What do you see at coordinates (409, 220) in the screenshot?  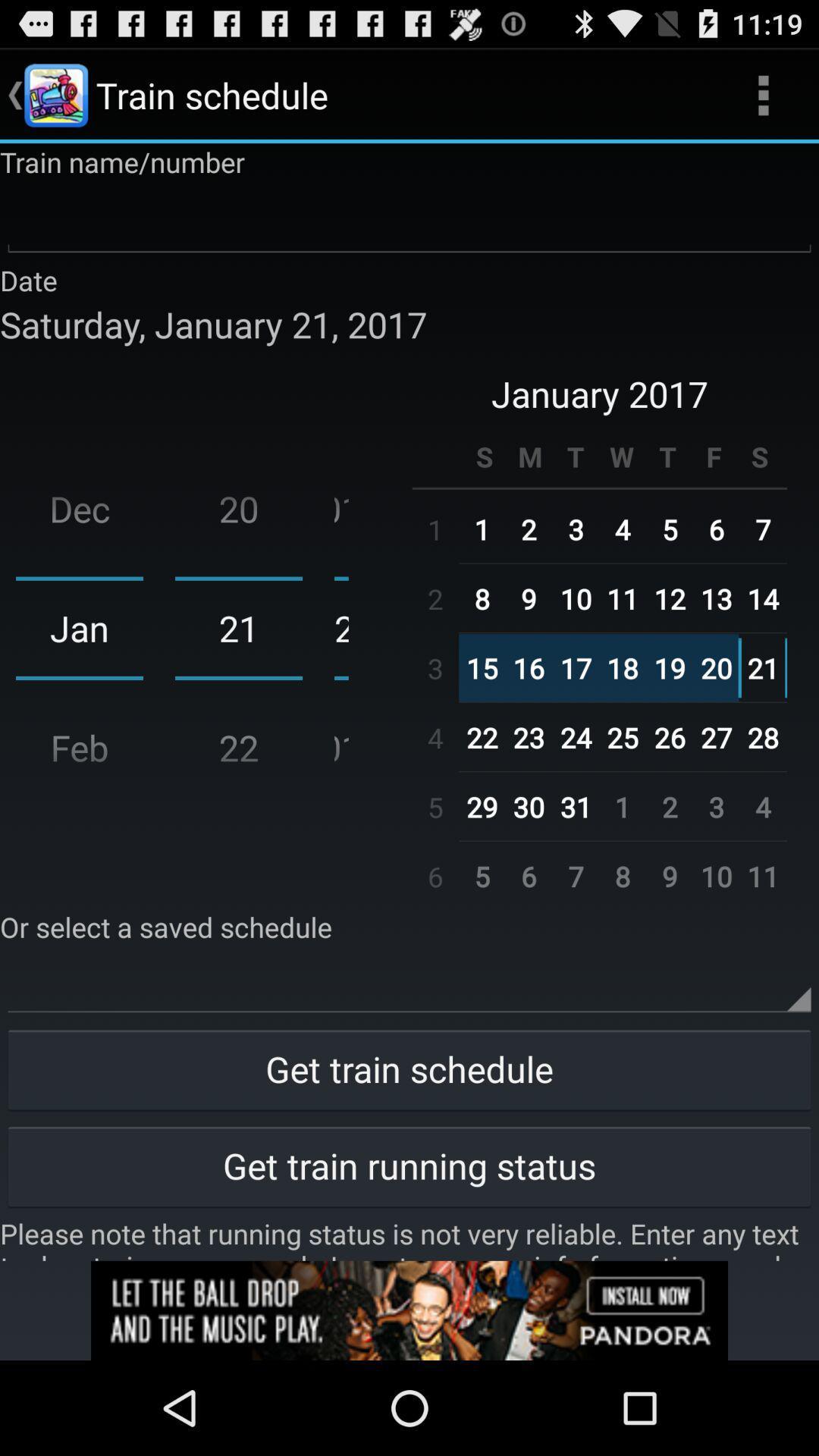 I see `train name or number` at bounding box center [409, 220].